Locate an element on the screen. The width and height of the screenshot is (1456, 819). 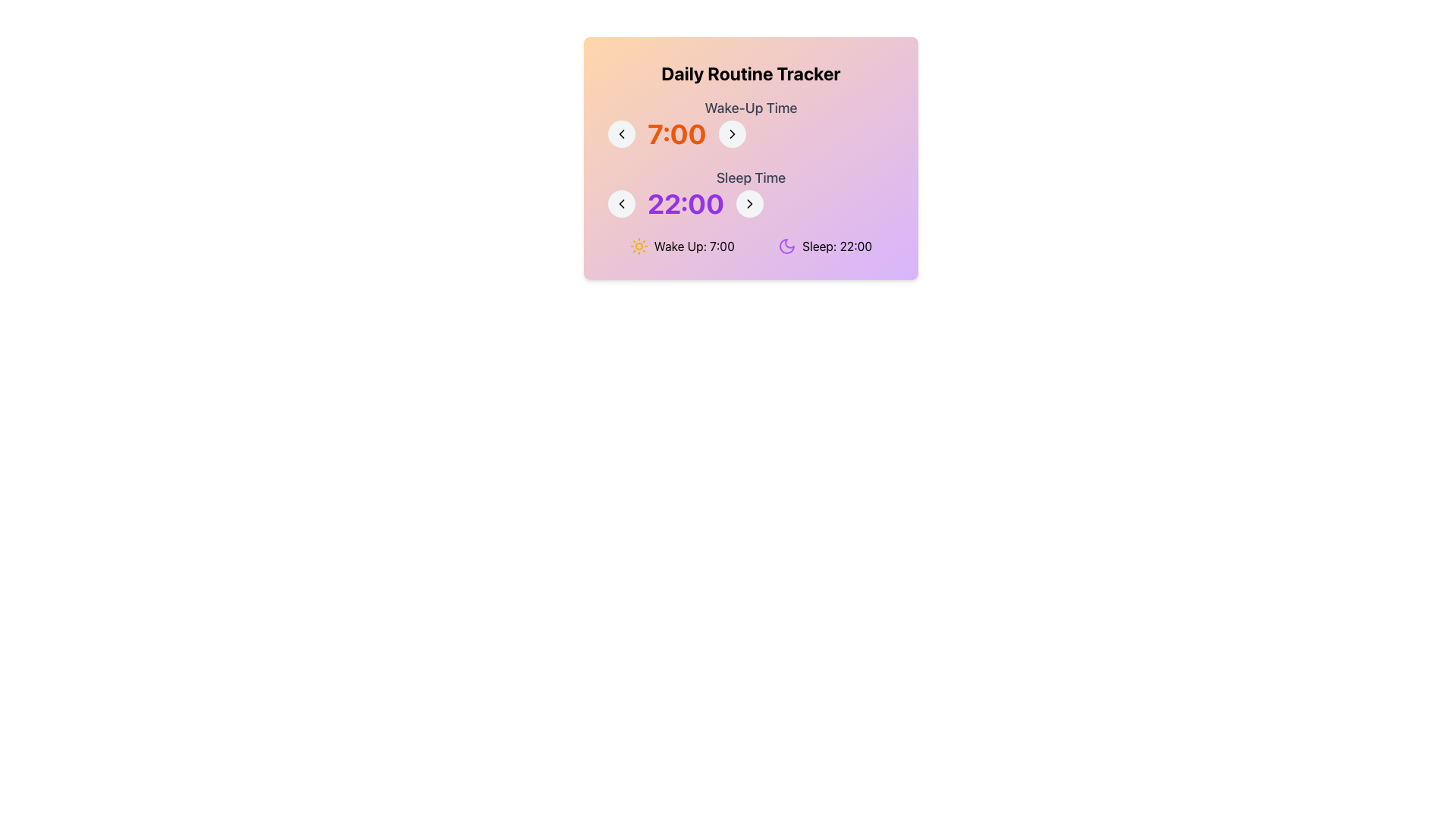
the bold time label reading '22:00' in the 'Sleep Time' section, which is centrally aligned and flanked by two circular buttons is located at coordinates (751, 203).